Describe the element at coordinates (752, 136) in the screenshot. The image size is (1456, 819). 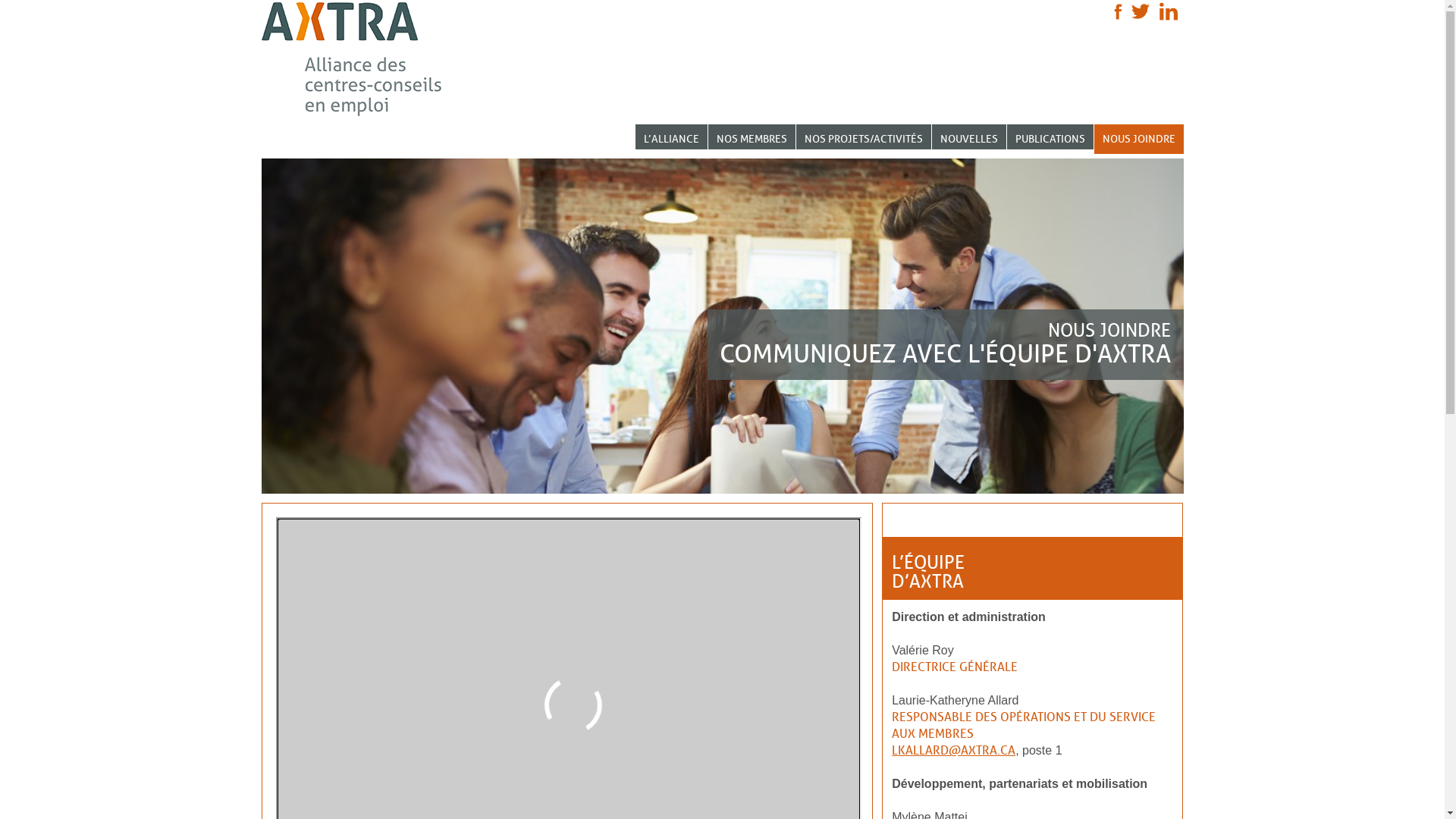
I see `'NOS MEMBRES'` at that location.